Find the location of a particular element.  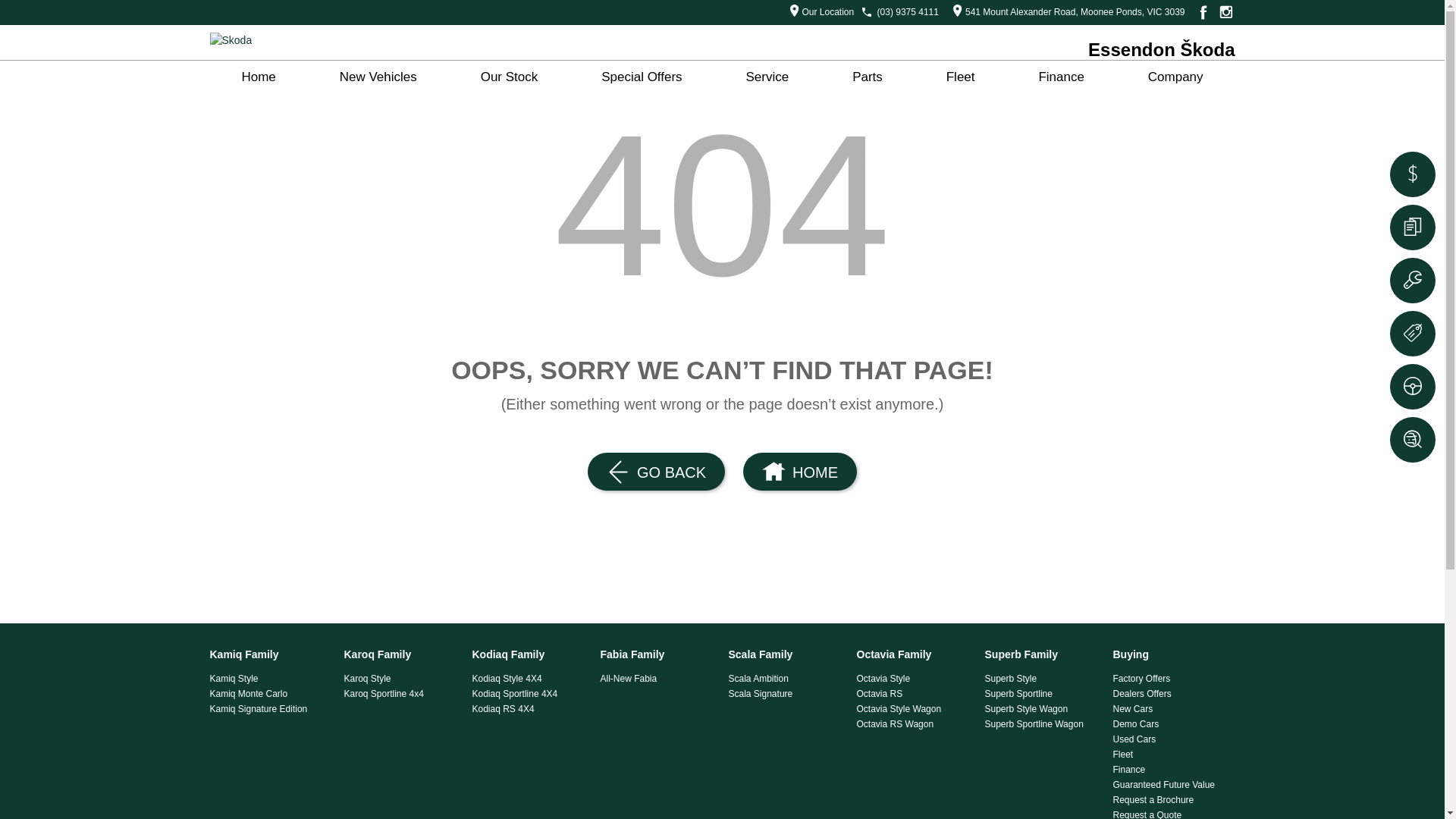

'Dealers Offers' is located at coordinates (1170, 693).